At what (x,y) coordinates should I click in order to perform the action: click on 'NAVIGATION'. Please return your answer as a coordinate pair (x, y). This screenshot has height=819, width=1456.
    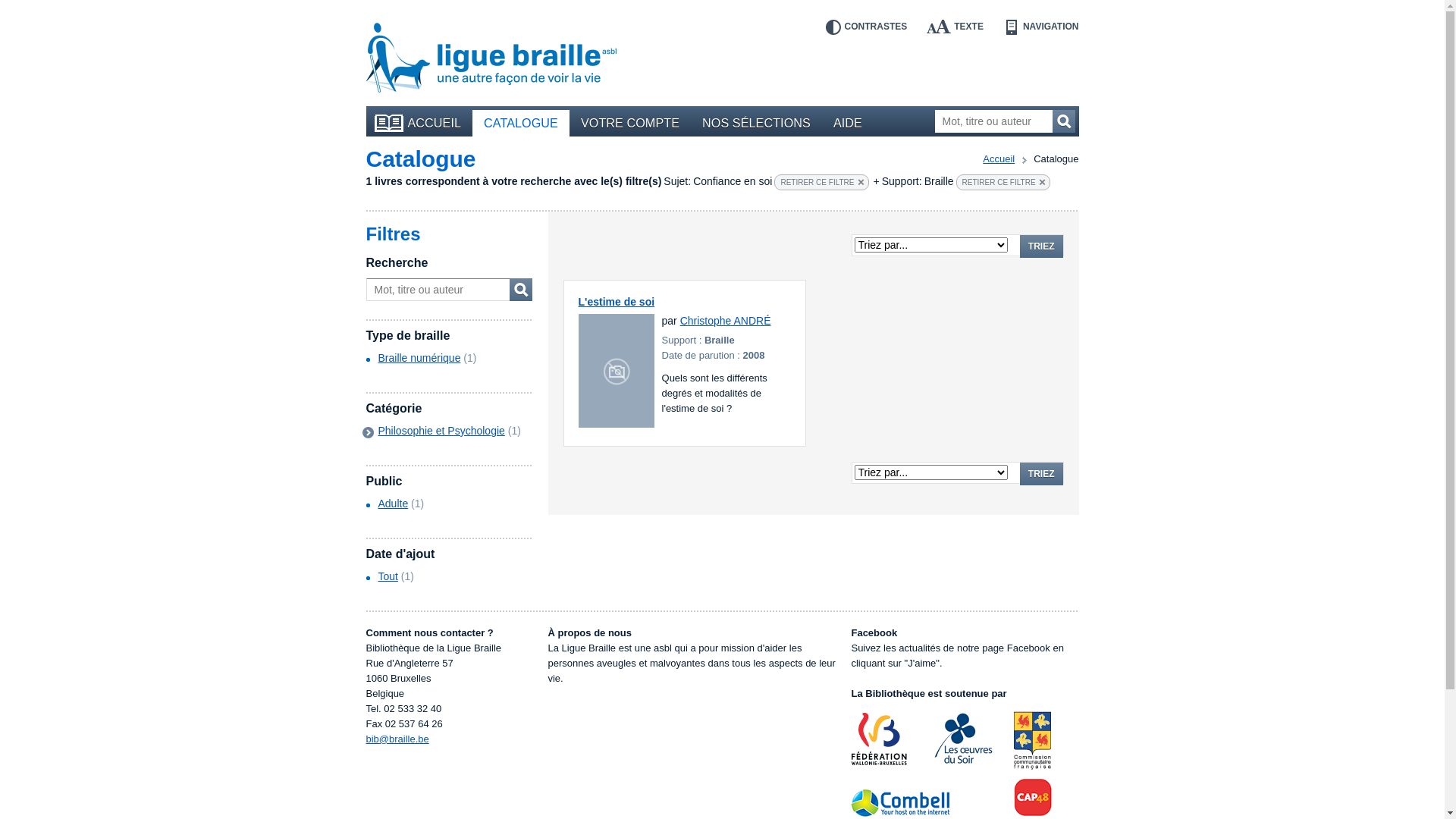
    Looking at the image, I should click on (1040, 27).